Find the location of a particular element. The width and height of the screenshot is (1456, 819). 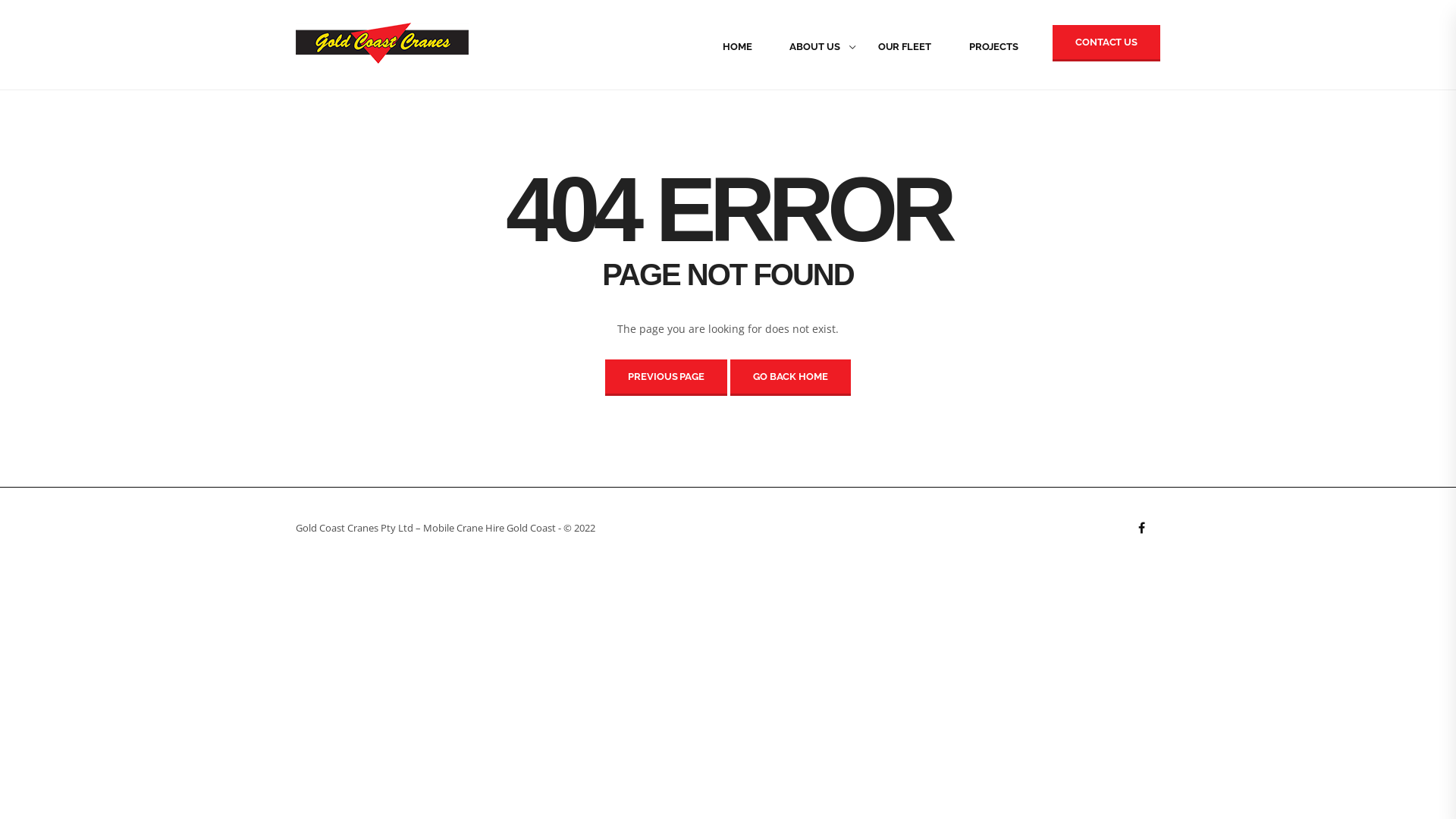

'GO BACK HOME' is located at coordinates (789, 376).